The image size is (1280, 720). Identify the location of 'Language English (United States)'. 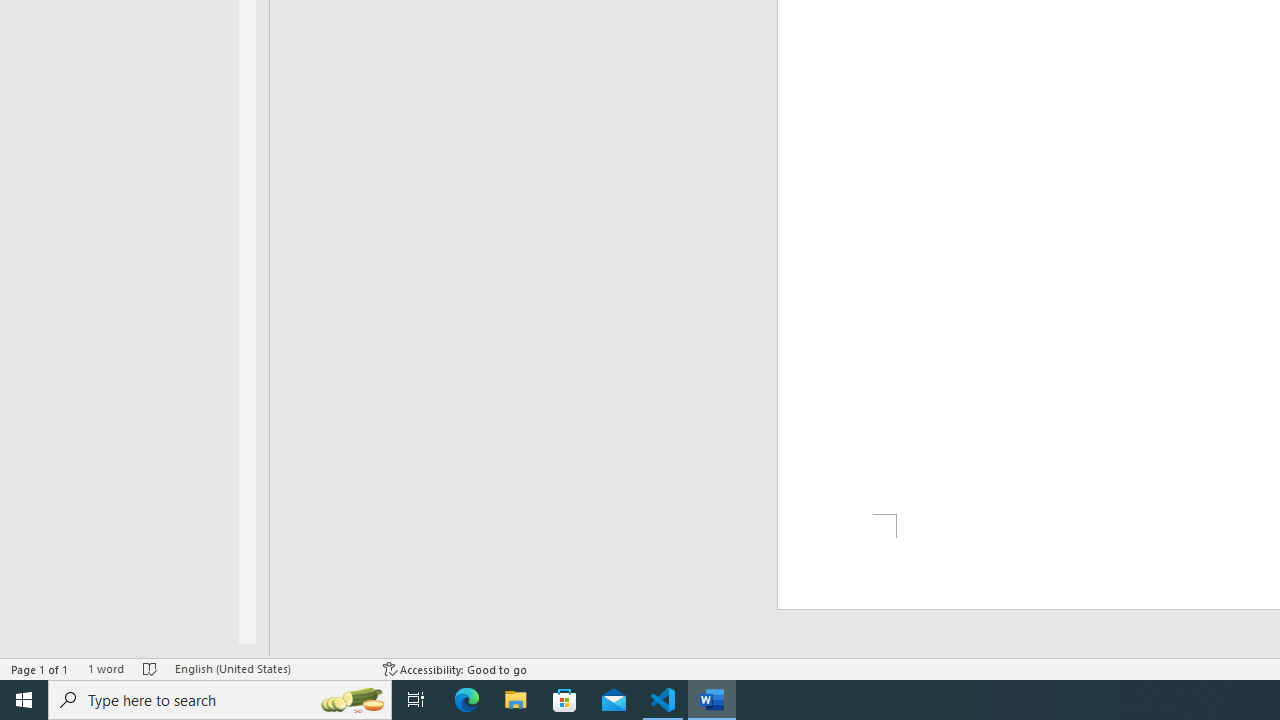
(268, 669).